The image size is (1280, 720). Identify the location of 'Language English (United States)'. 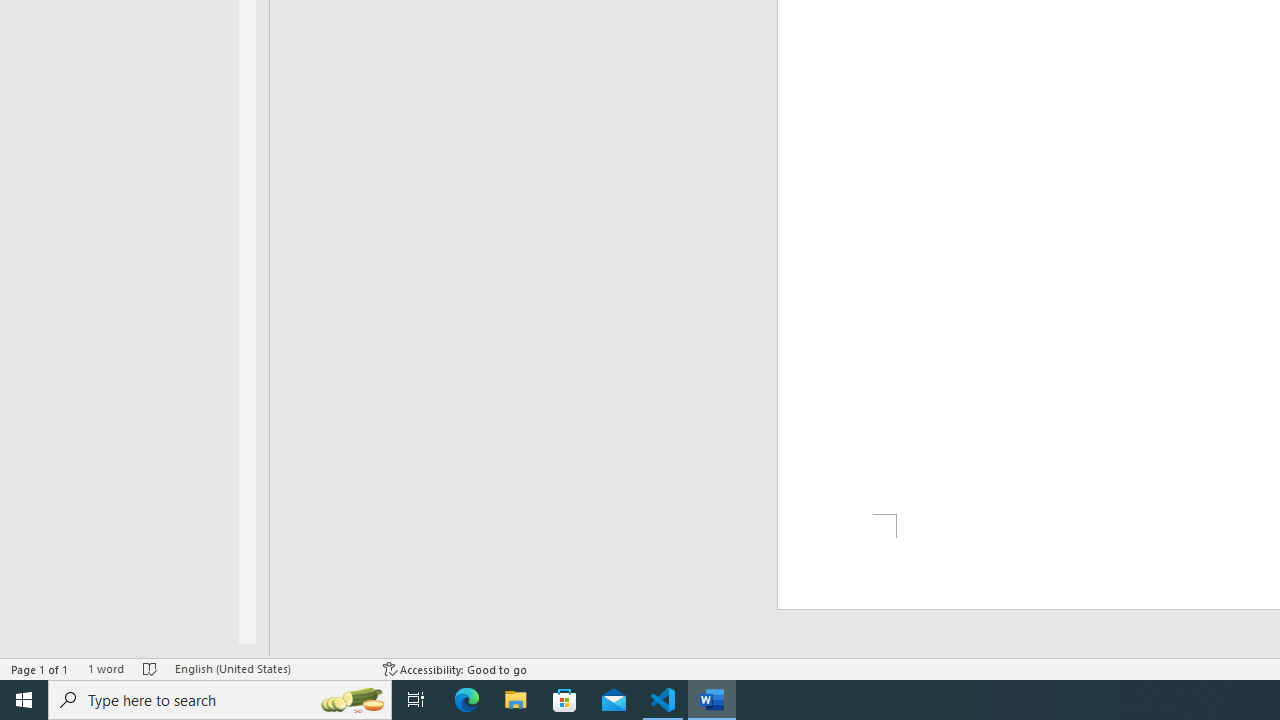
(268, 669).